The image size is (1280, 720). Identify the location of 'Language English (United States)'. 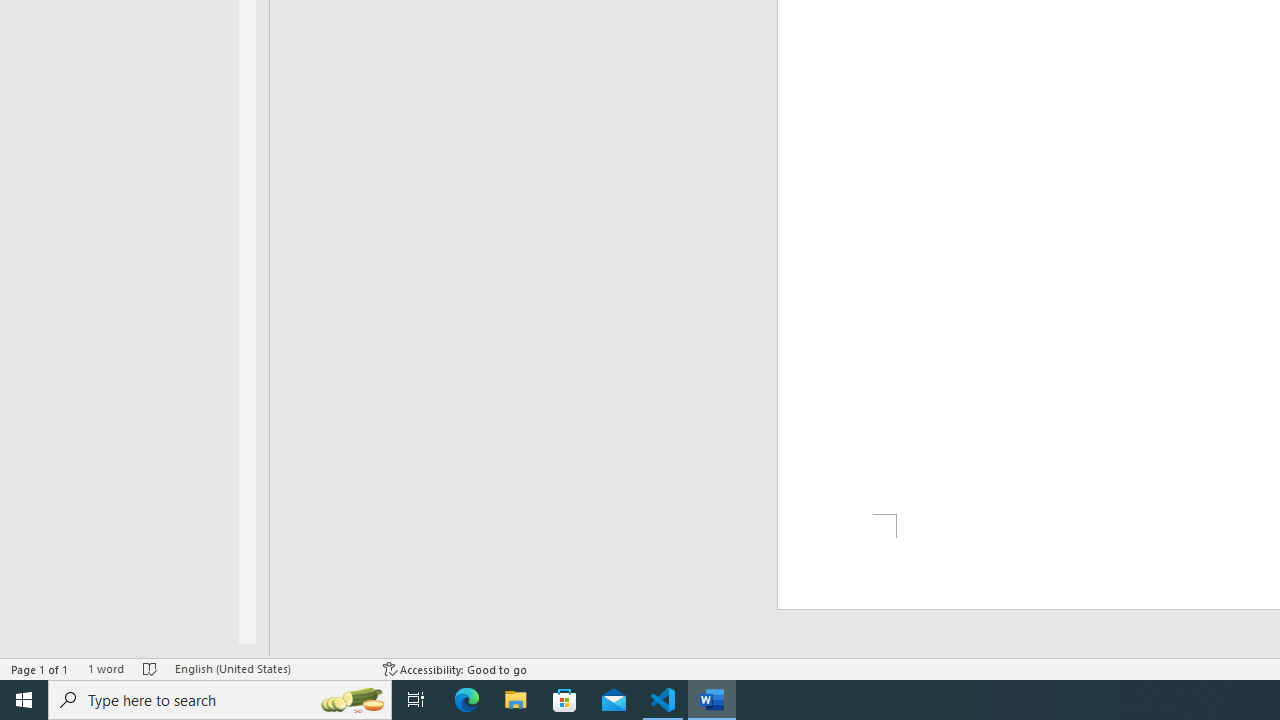
(268, 669).